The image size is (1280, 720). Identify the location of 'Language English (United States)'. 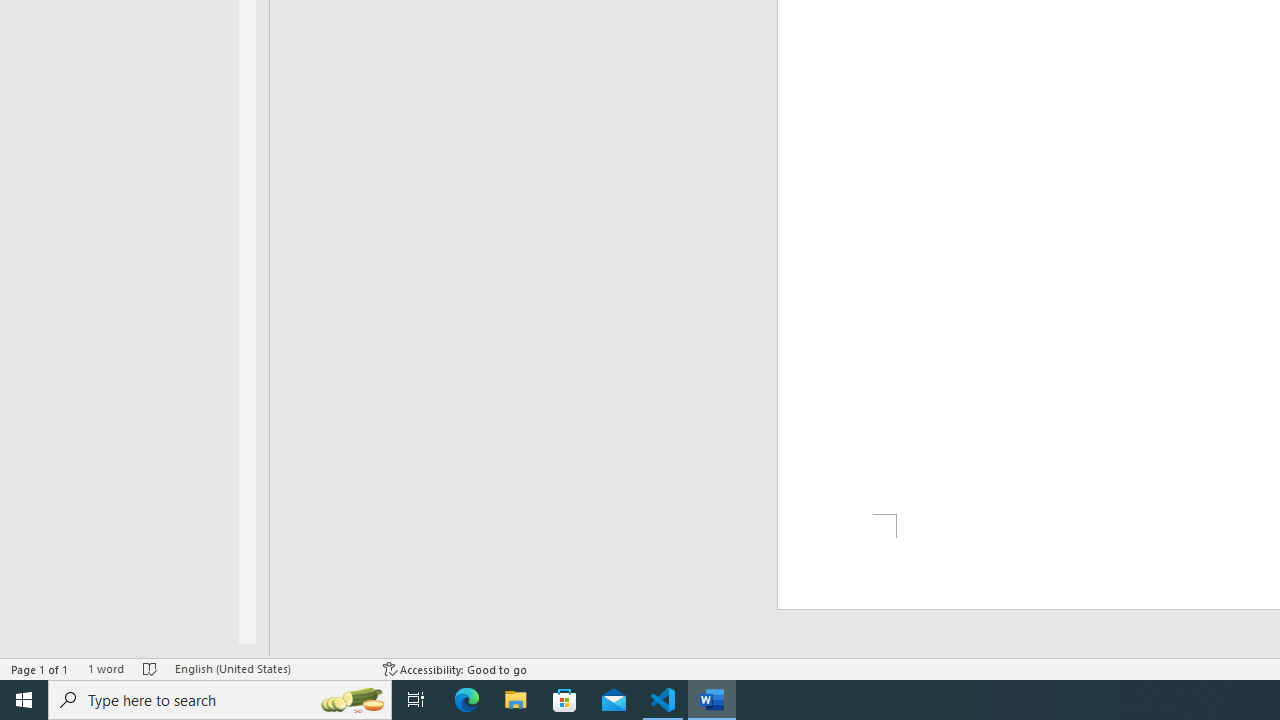
(268, 669).